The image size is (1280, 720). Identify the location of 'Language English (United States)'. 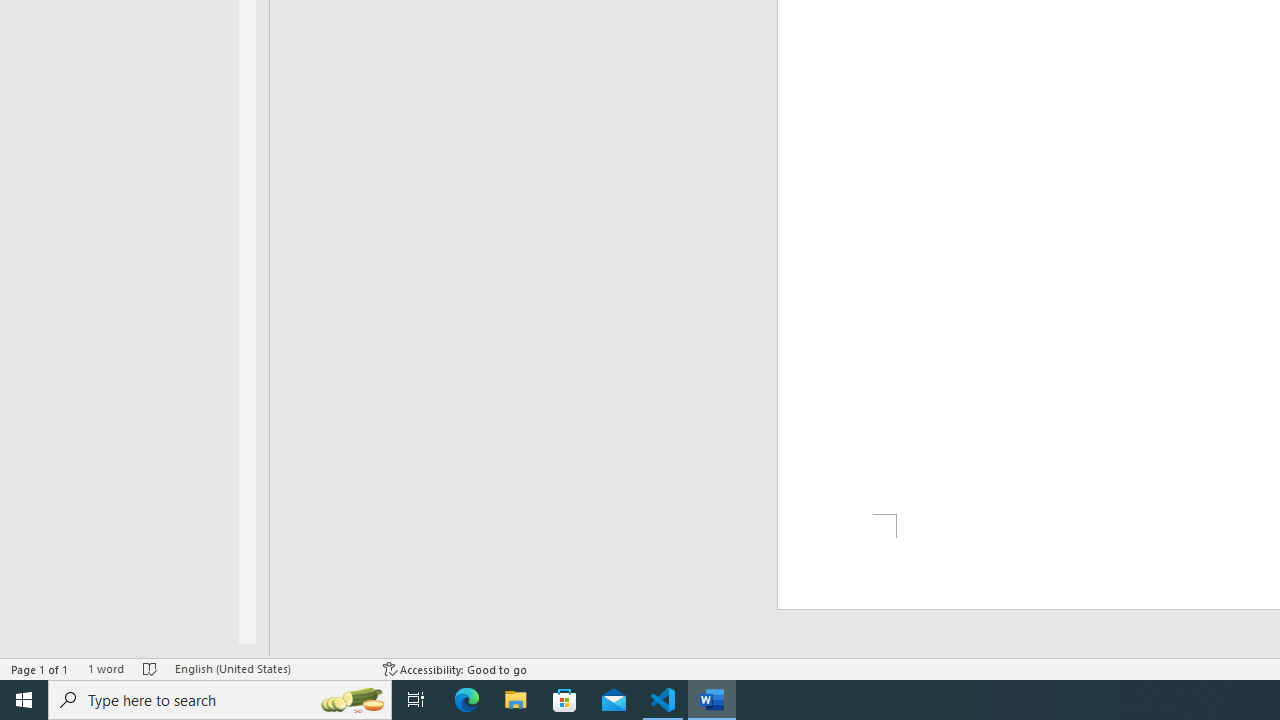
(268, 669).